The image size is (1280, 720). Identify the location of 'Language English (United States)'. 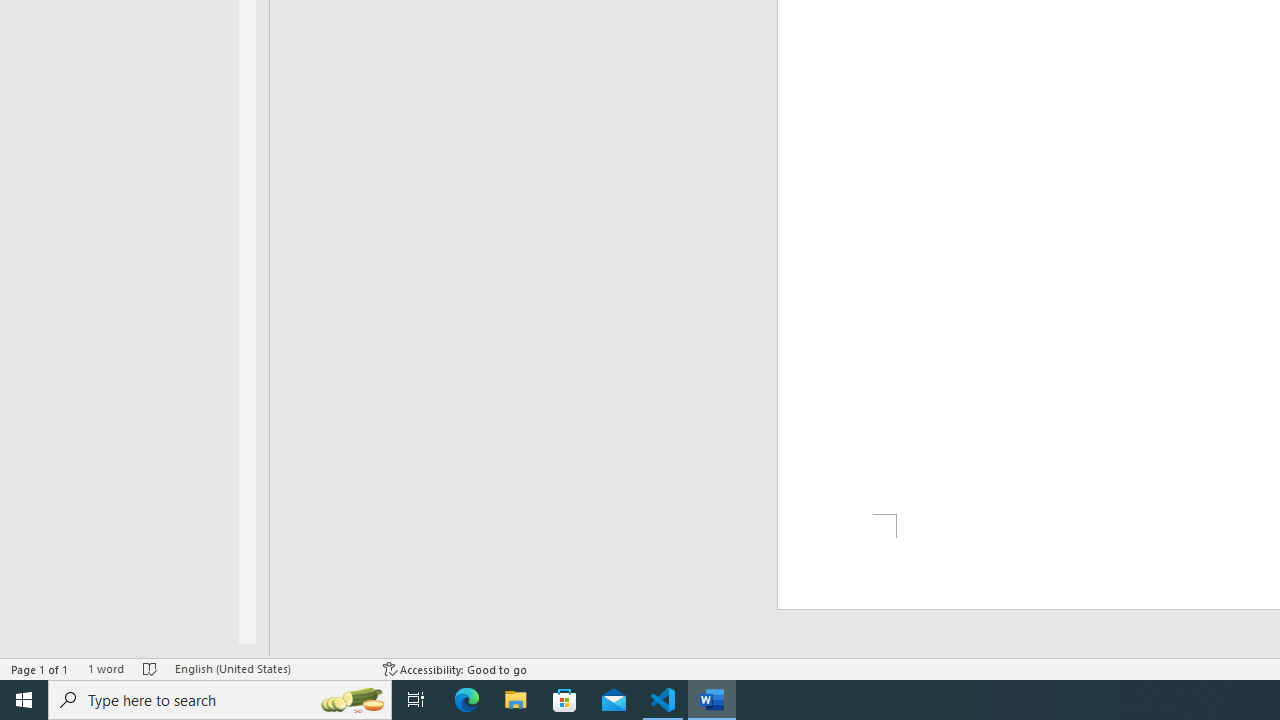
(268, 669).